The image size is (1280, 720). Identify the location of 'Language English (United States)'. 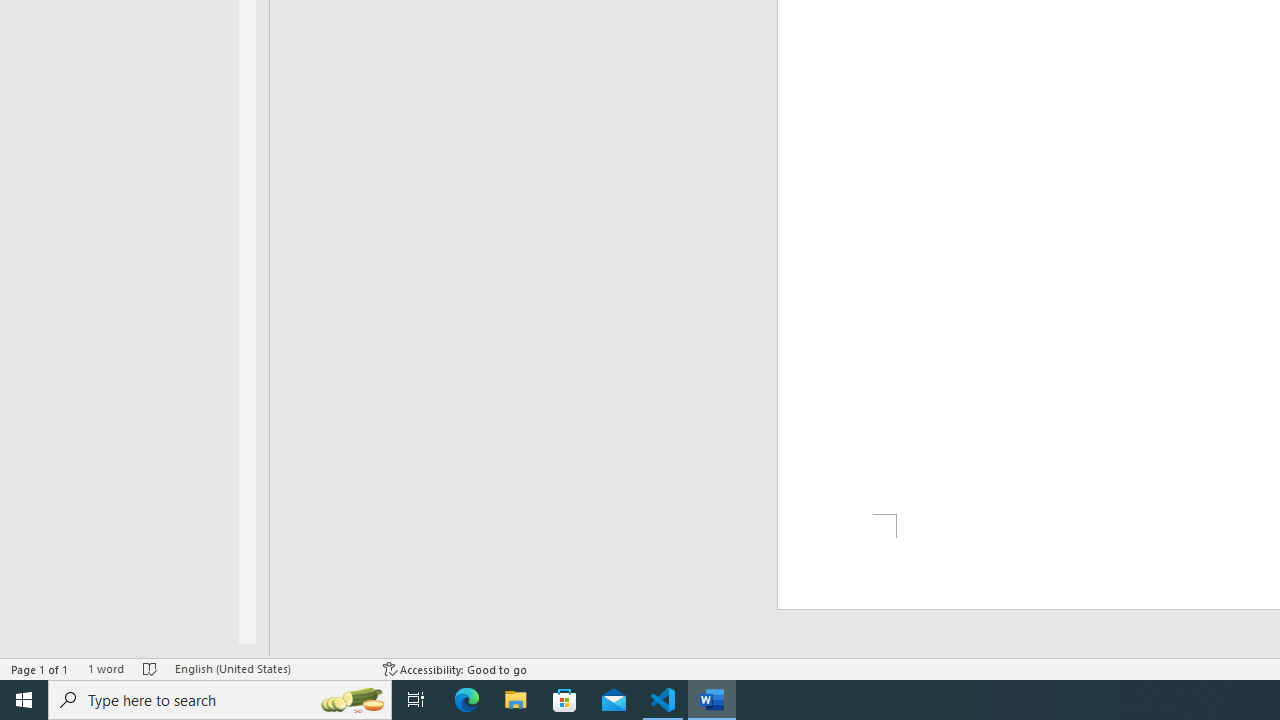
(268, 669).